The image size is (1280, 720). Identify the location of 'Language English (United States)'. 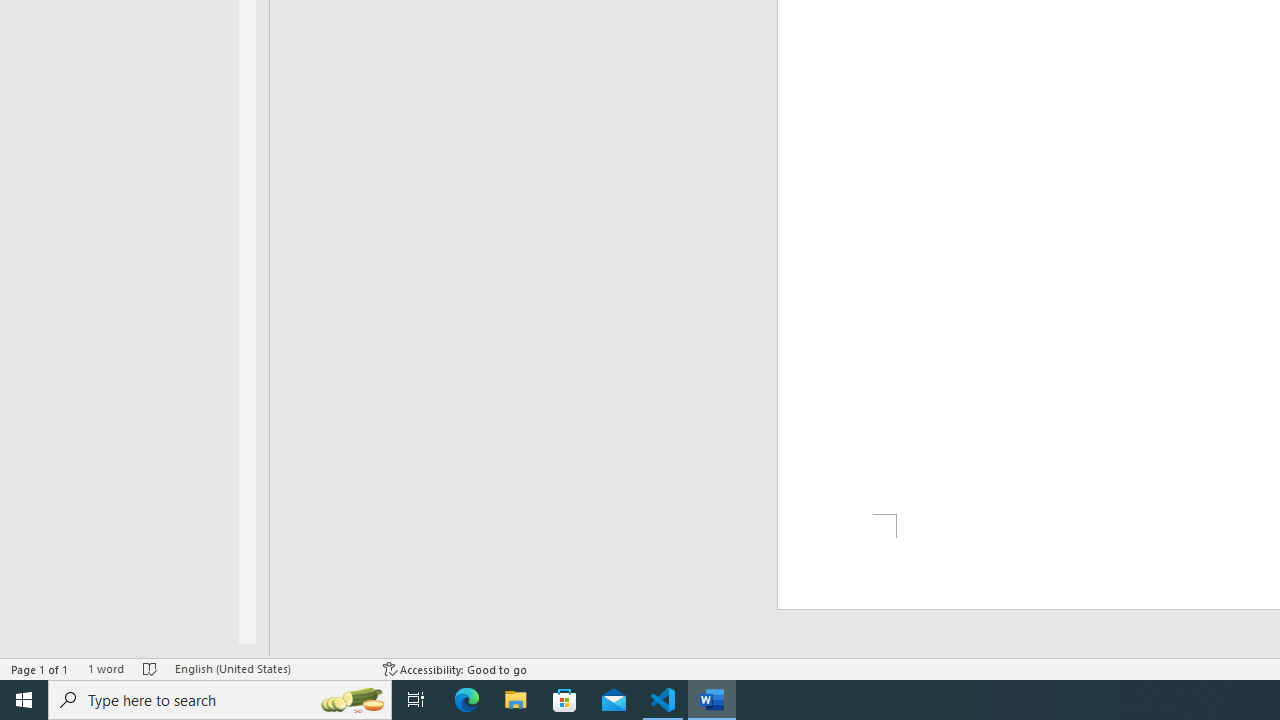
(268, 669).